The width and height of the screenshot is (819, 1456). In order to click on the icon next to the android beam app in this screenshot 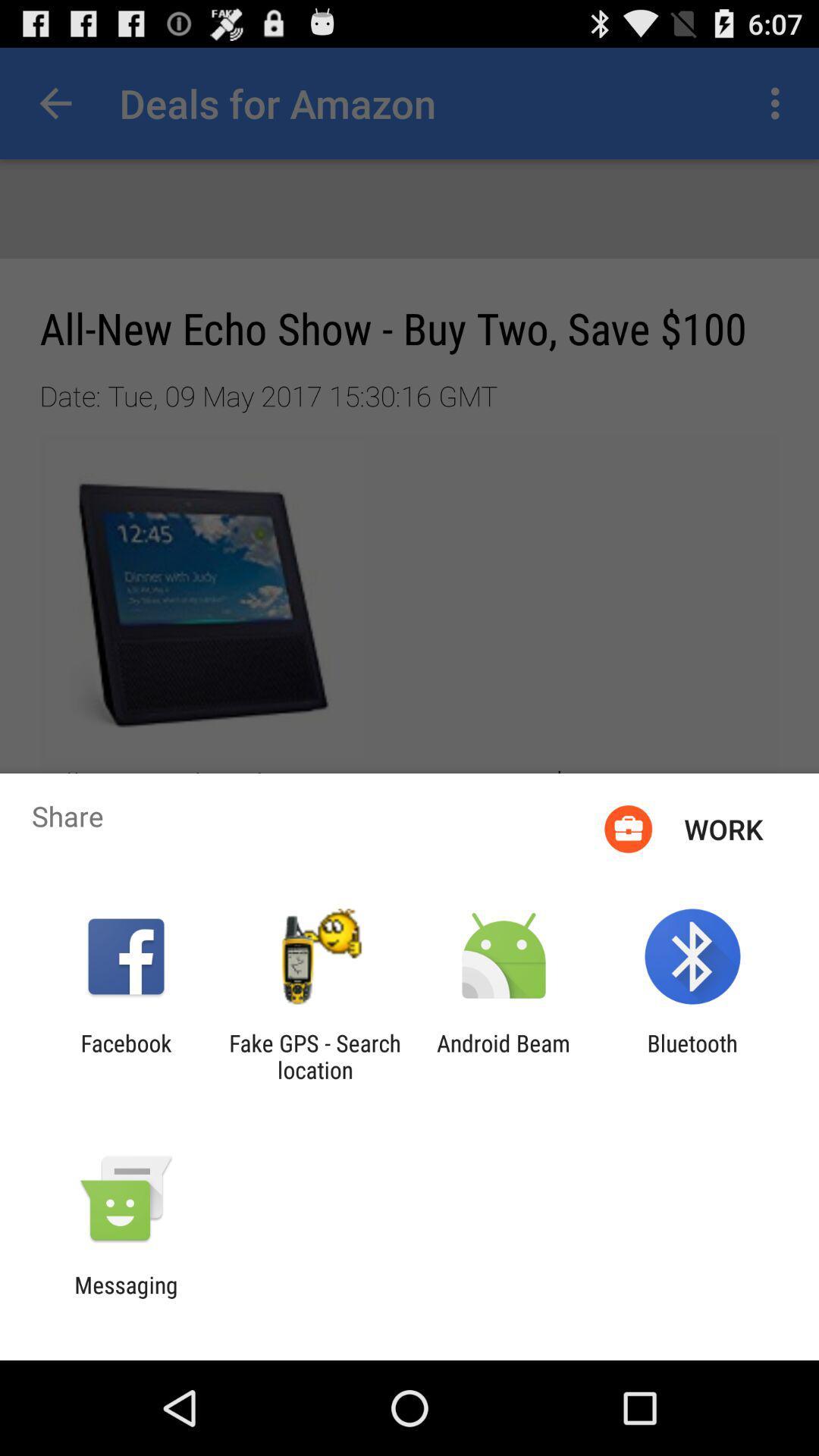, I will do `click(692, 1056)`.